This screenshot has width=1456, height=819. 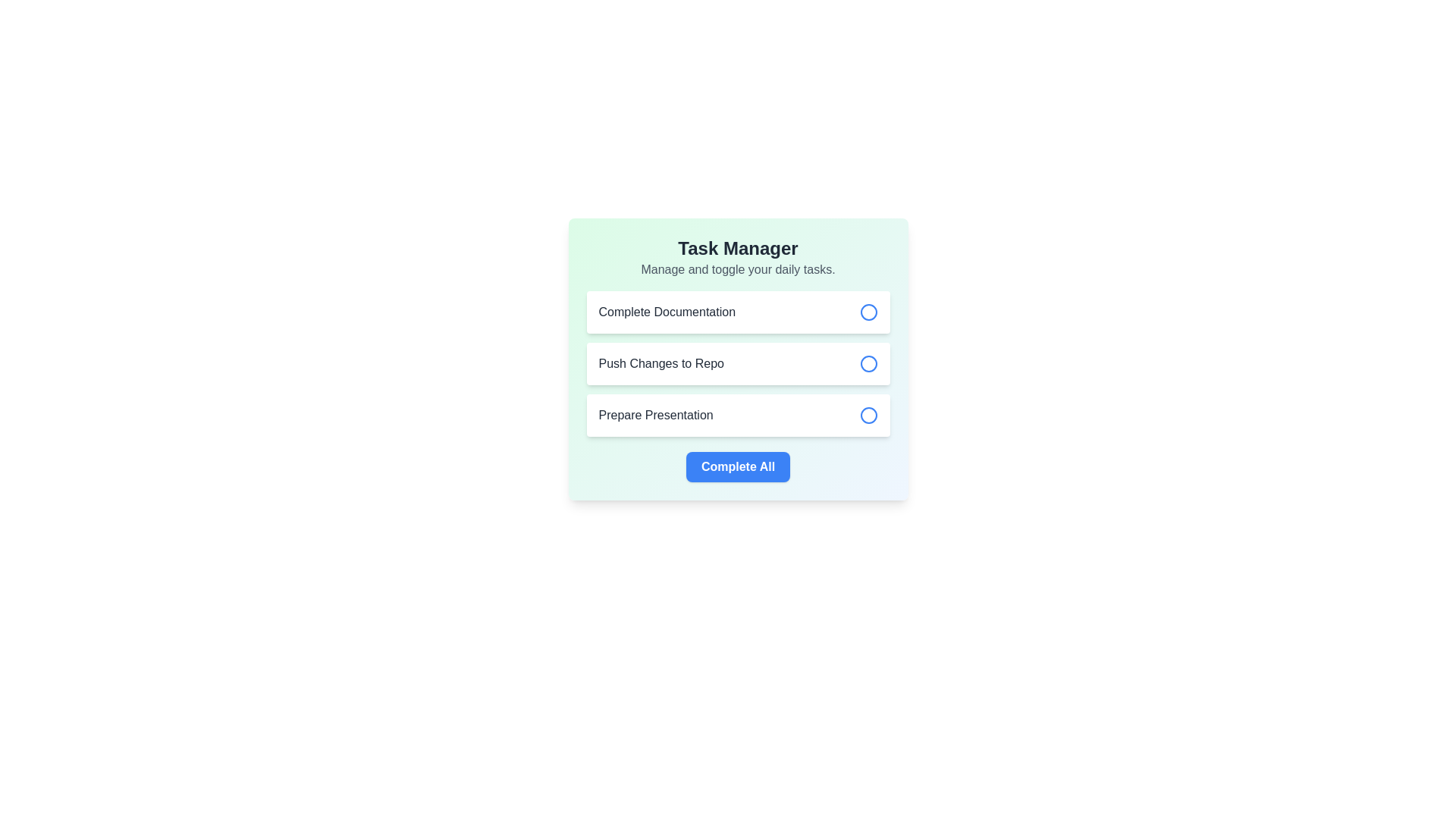 I want to click on the static text reading 'Manage and toggle your daily tasks.' which is located directly below the title 'Task Manager' in the centered card interface, so click(x=738, y=268).